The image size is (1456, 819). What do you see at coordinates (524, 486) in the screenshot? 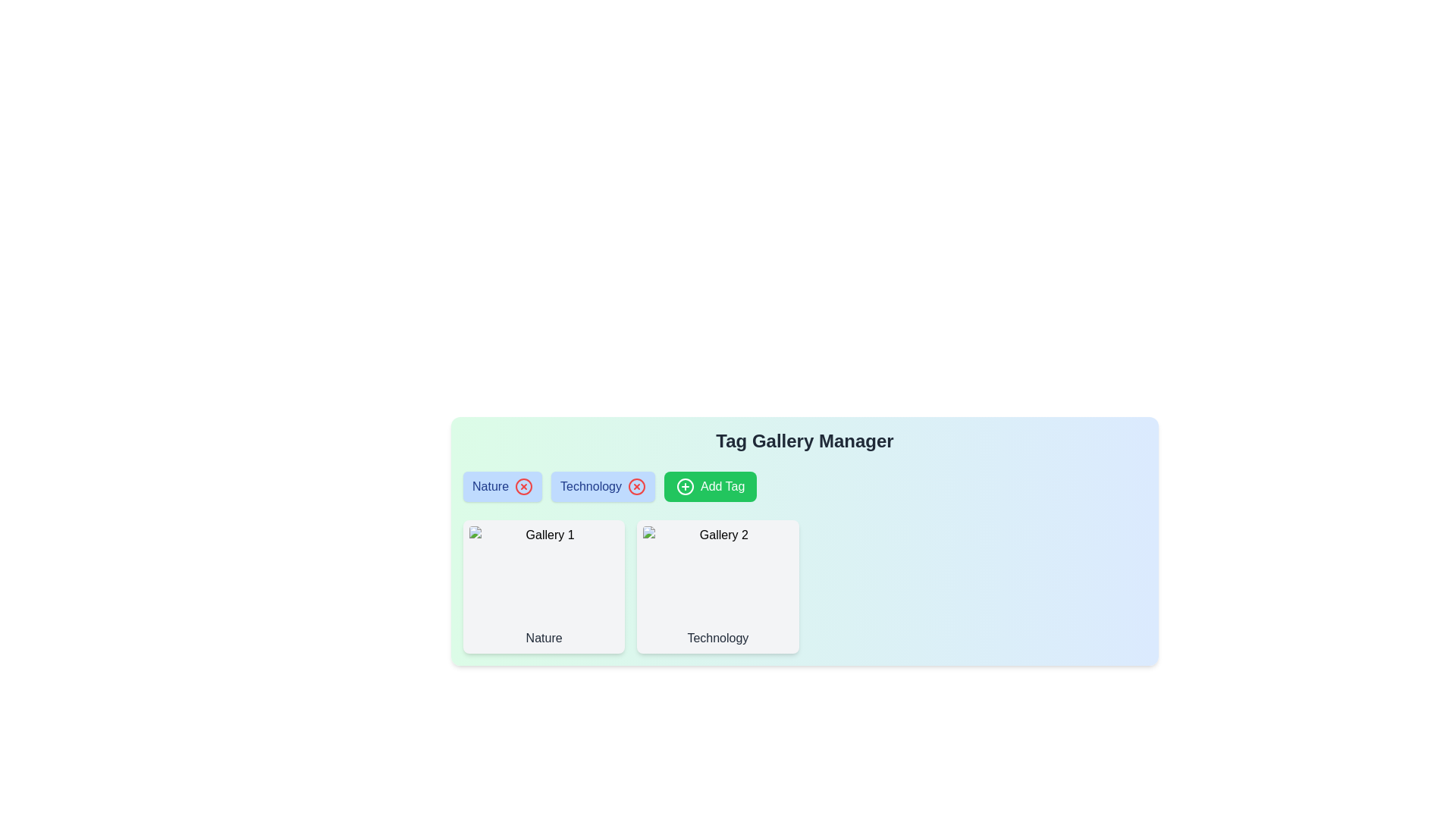
I see `the delete button positioned to the right of the 'Nature' tag` at bounding box center [524, 486].